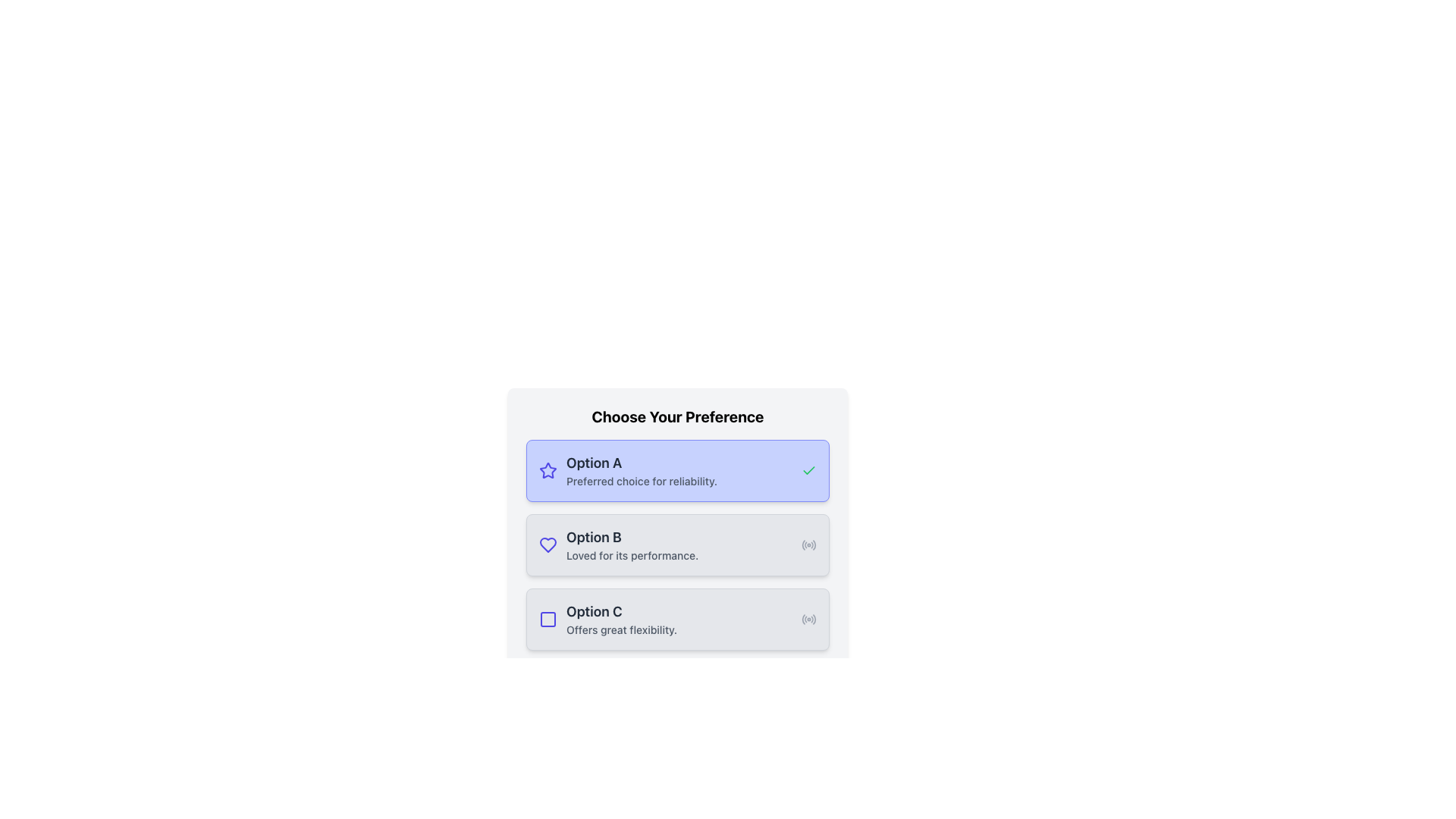 The height and width of the screenshot is (819, 1456). Describe the element at coordinates (548, 470) in the screenshot. I see `the decorative star icon with a bold indigo-colored outline located to the left of the text labeled 'Option A'` at that location.